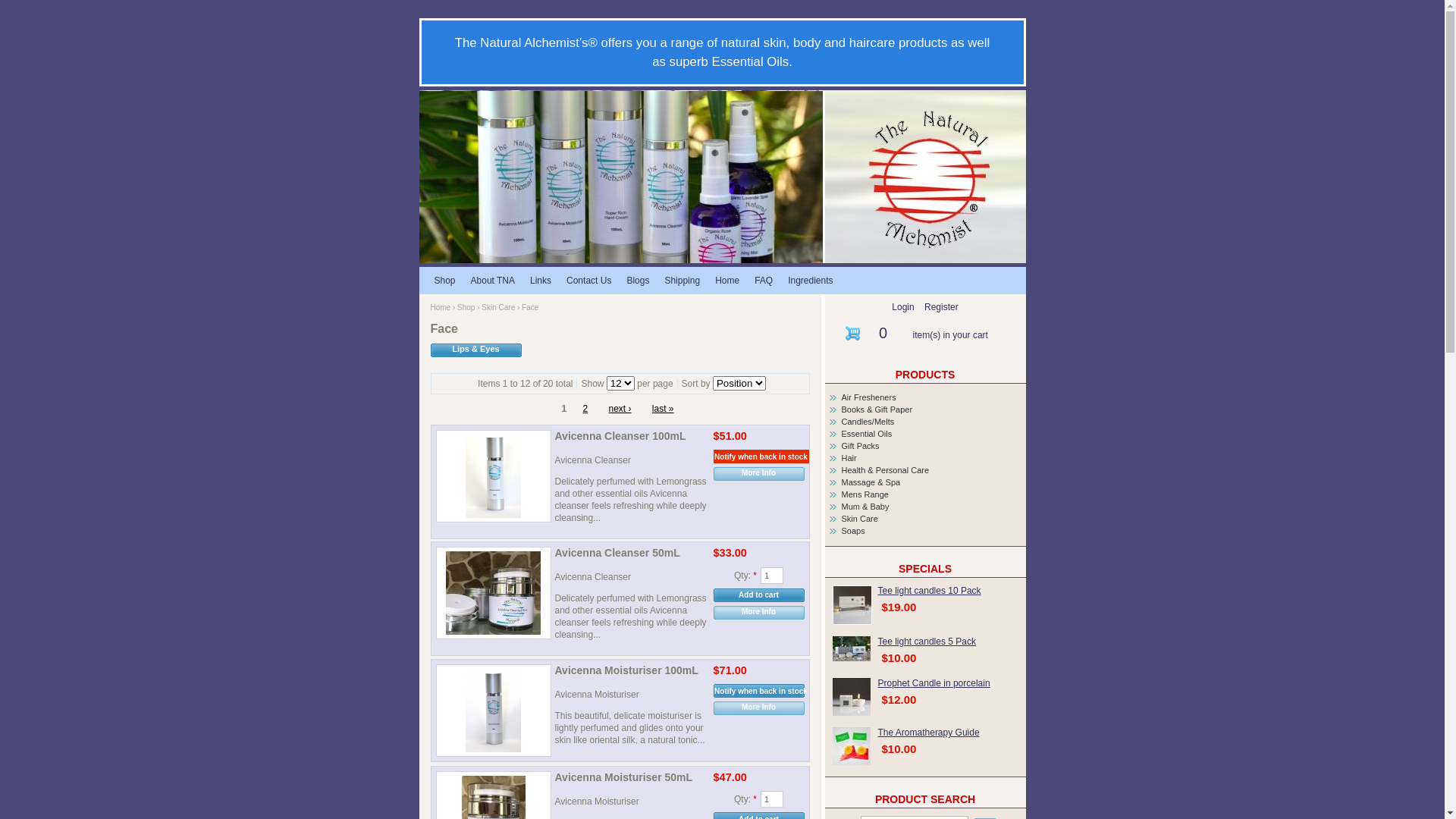 The width and height of the screenshot is (1456, 819). Describe the element at coordinates (631, 779) in the screenshot. I see `'Avicenna Moisturiser 50mL'` at that location.